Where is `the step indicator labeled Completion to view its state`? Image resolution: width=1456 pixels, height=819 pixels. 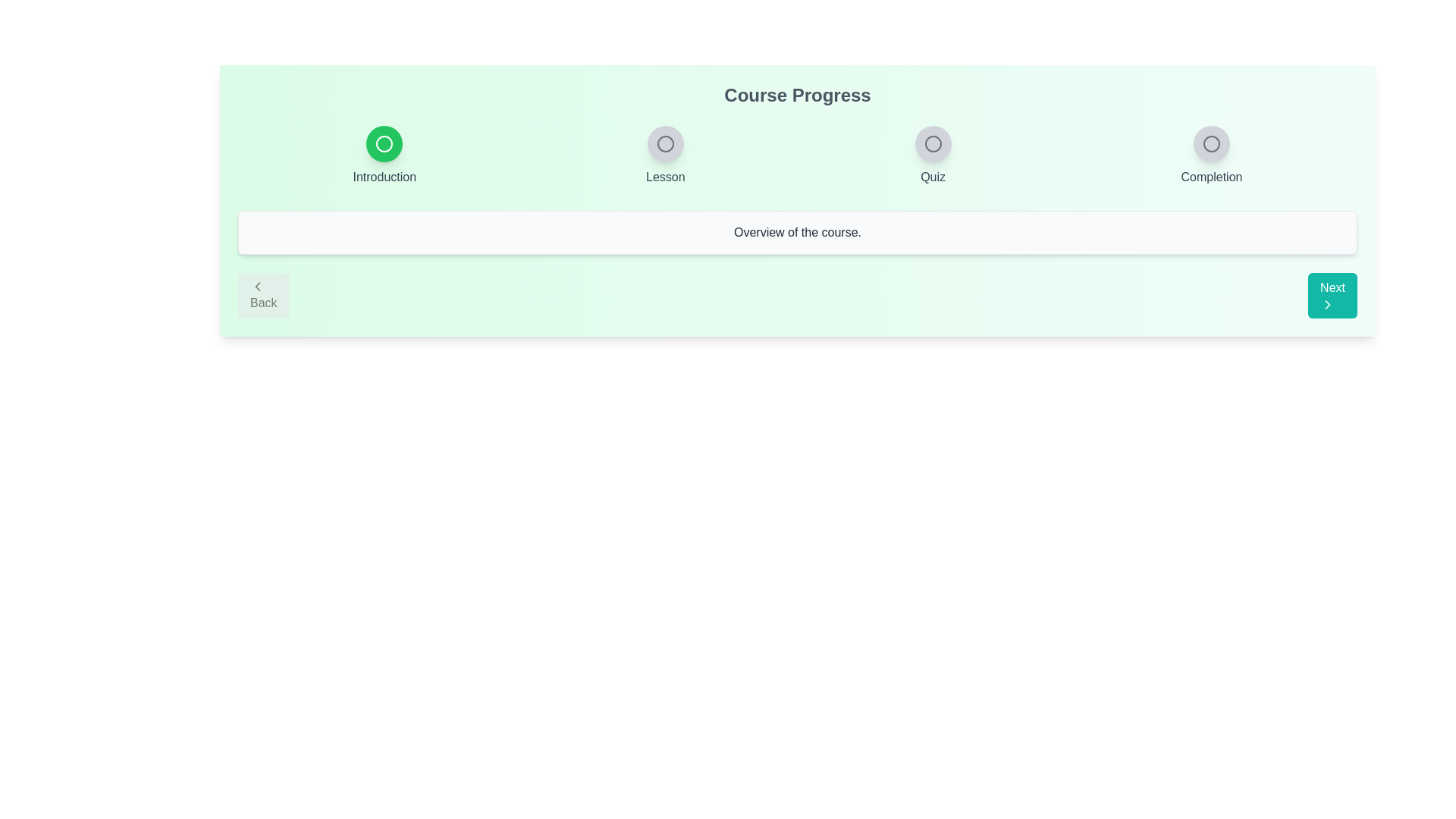
the step indicator labeled Completion to view its state is located at coordinates (1211, 155).